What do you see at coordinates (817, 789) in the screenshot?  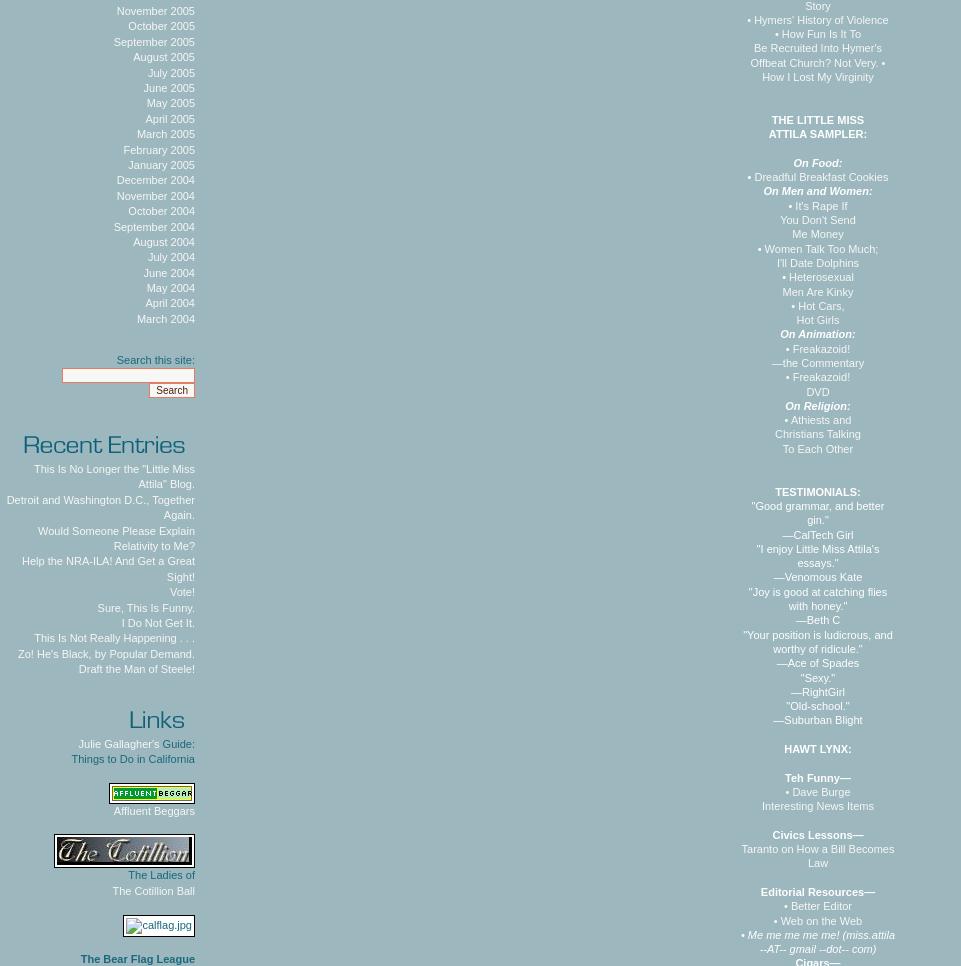 I see `'• Dave Burge'` at bounding box center [817, 789].